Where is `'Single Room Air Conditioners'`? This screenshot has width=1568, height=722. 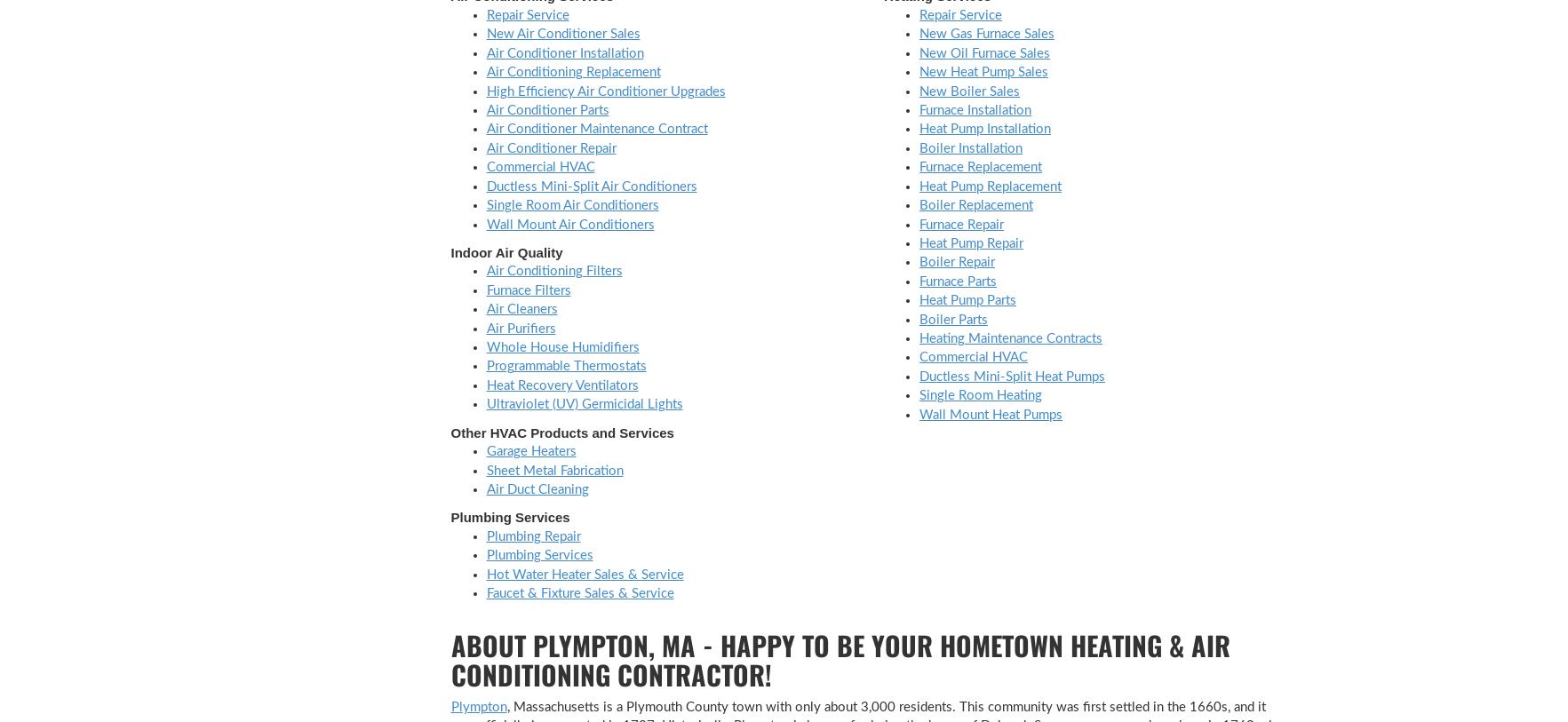
'Single Room Air Conditioners' is located at coordinates (484, 204).